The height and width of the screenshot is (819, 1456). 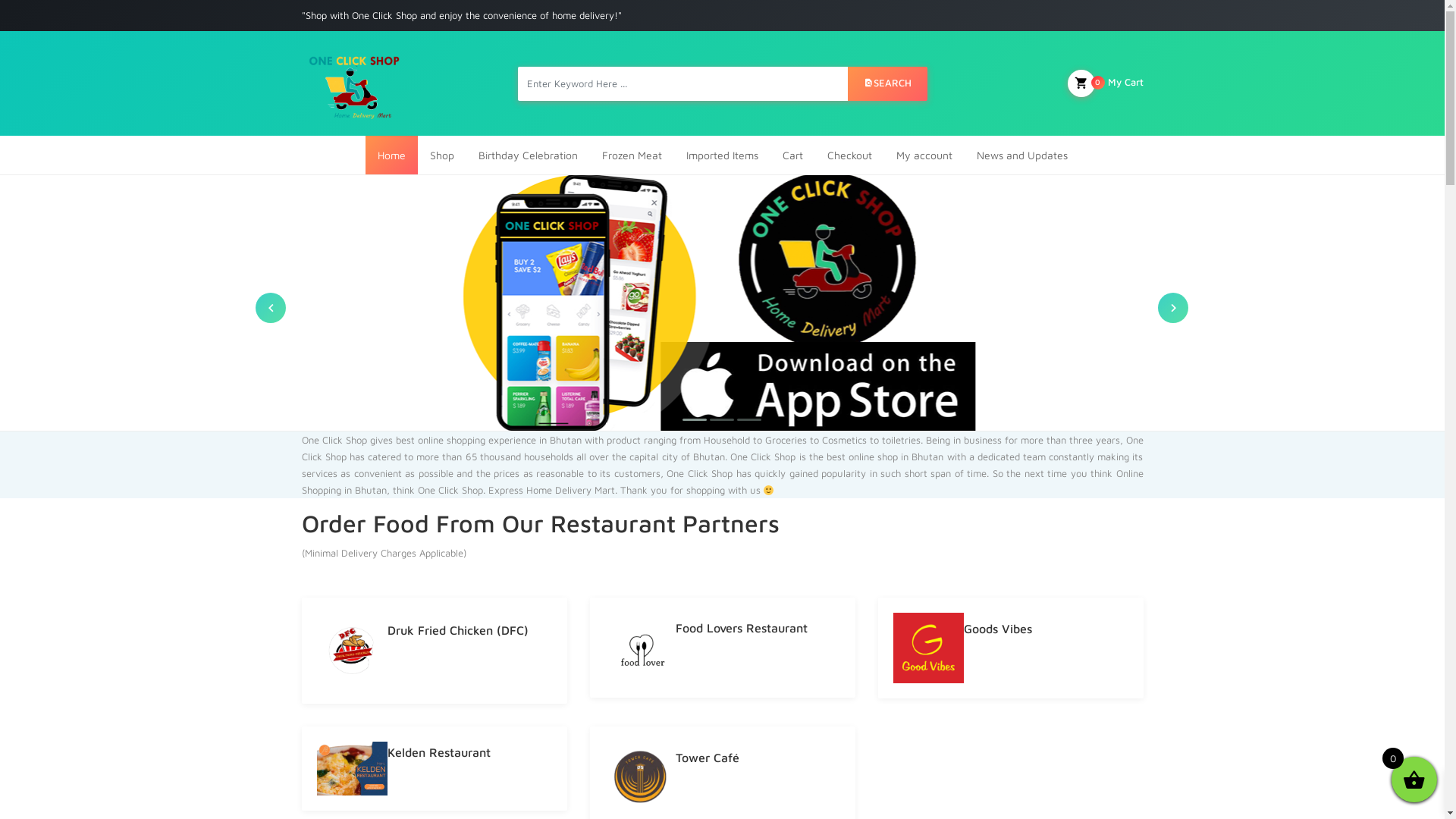 What do you see at coordinates (673, 631) in the screenshot?
I see `'Food Lovers Restaurant'` at bounding box center [673, 631].